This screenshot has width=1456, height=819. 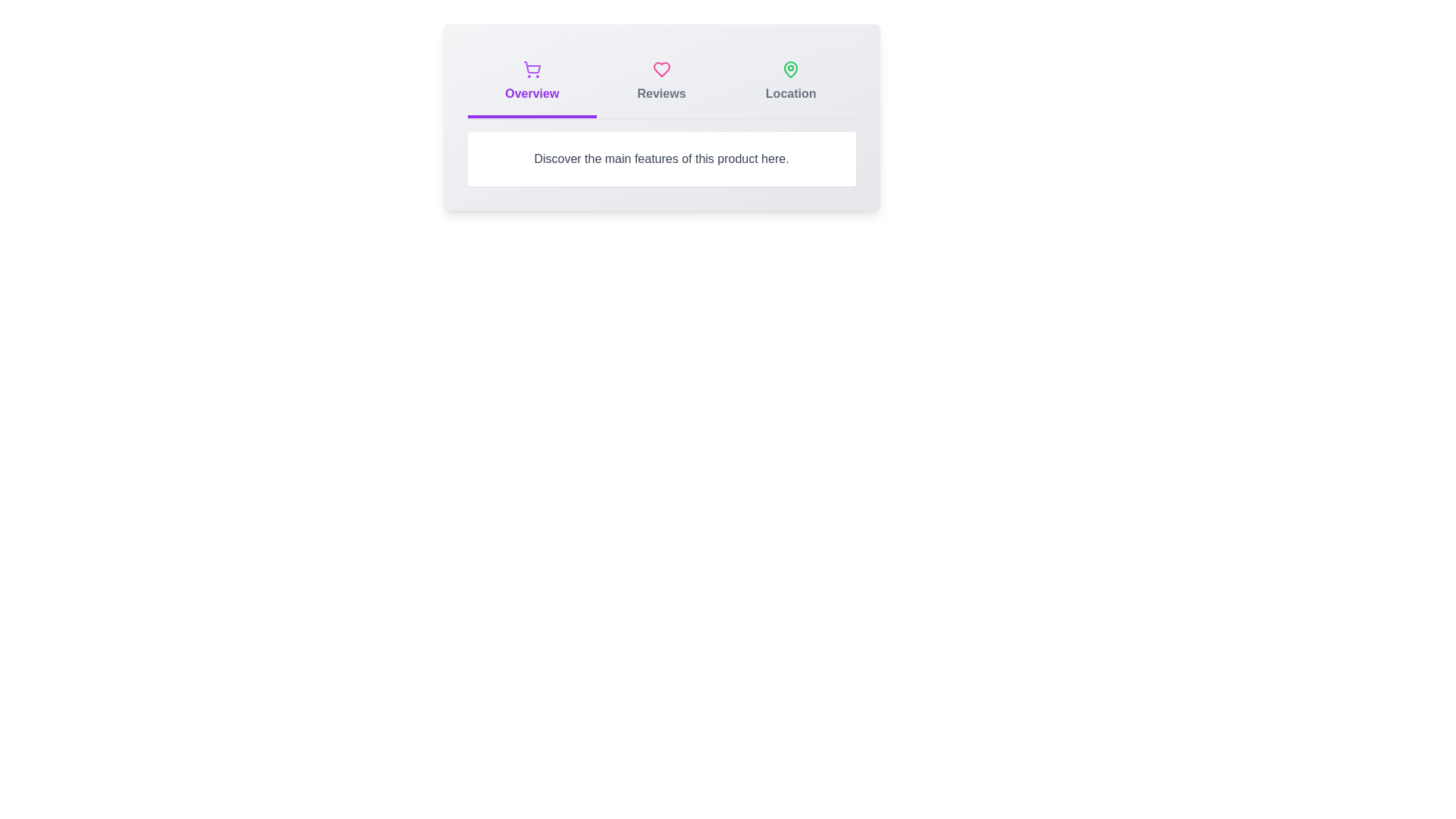 What do you see at coordinates (661, 83) in the screenshot?
I see `the Reviews tab to view its content` at bounding box center [661, 83].